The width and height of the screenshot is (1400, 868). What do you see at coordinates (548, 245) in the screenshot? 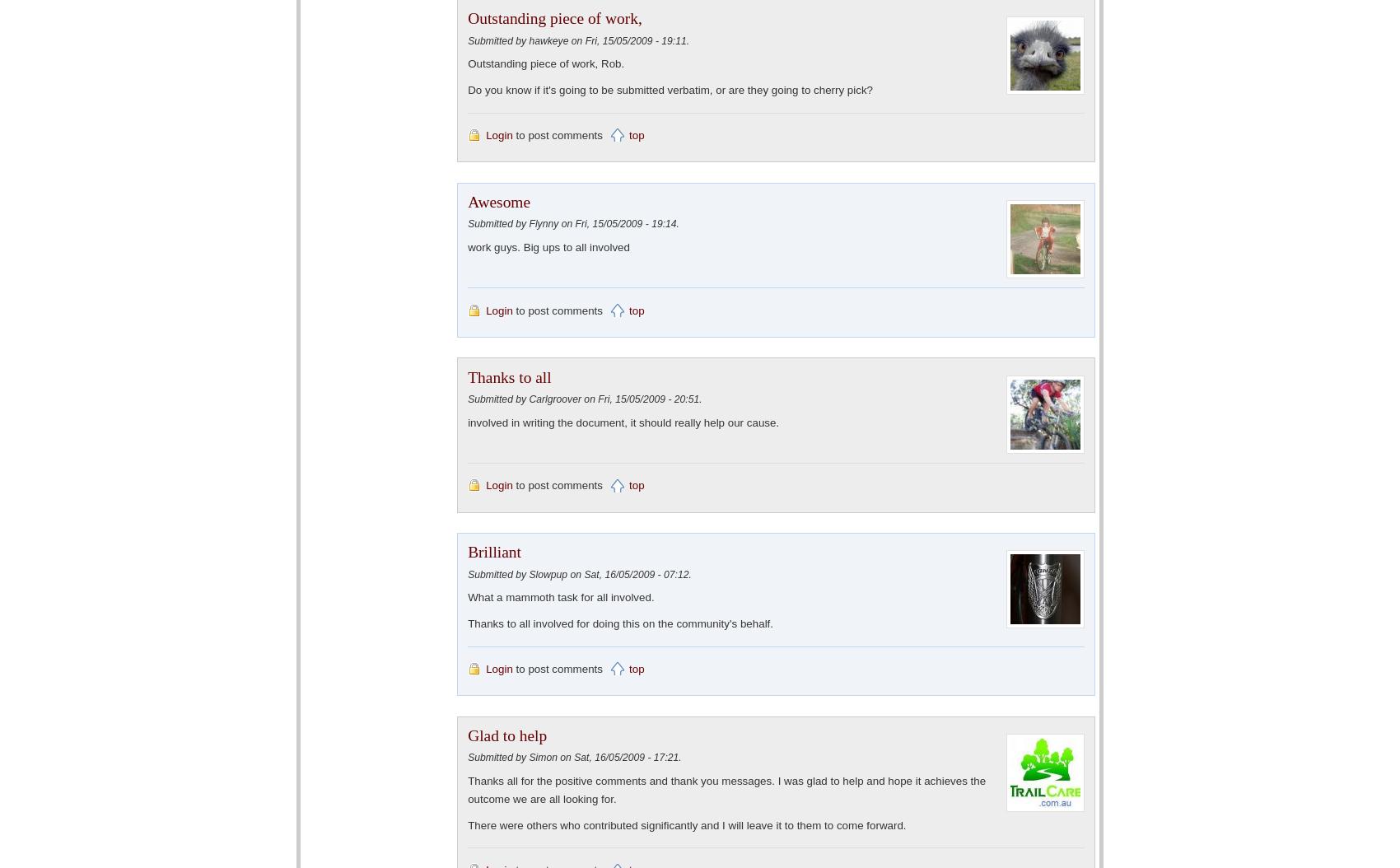
I see `'work guys. Big ups to all involved'` at bounding box center [548, 245].